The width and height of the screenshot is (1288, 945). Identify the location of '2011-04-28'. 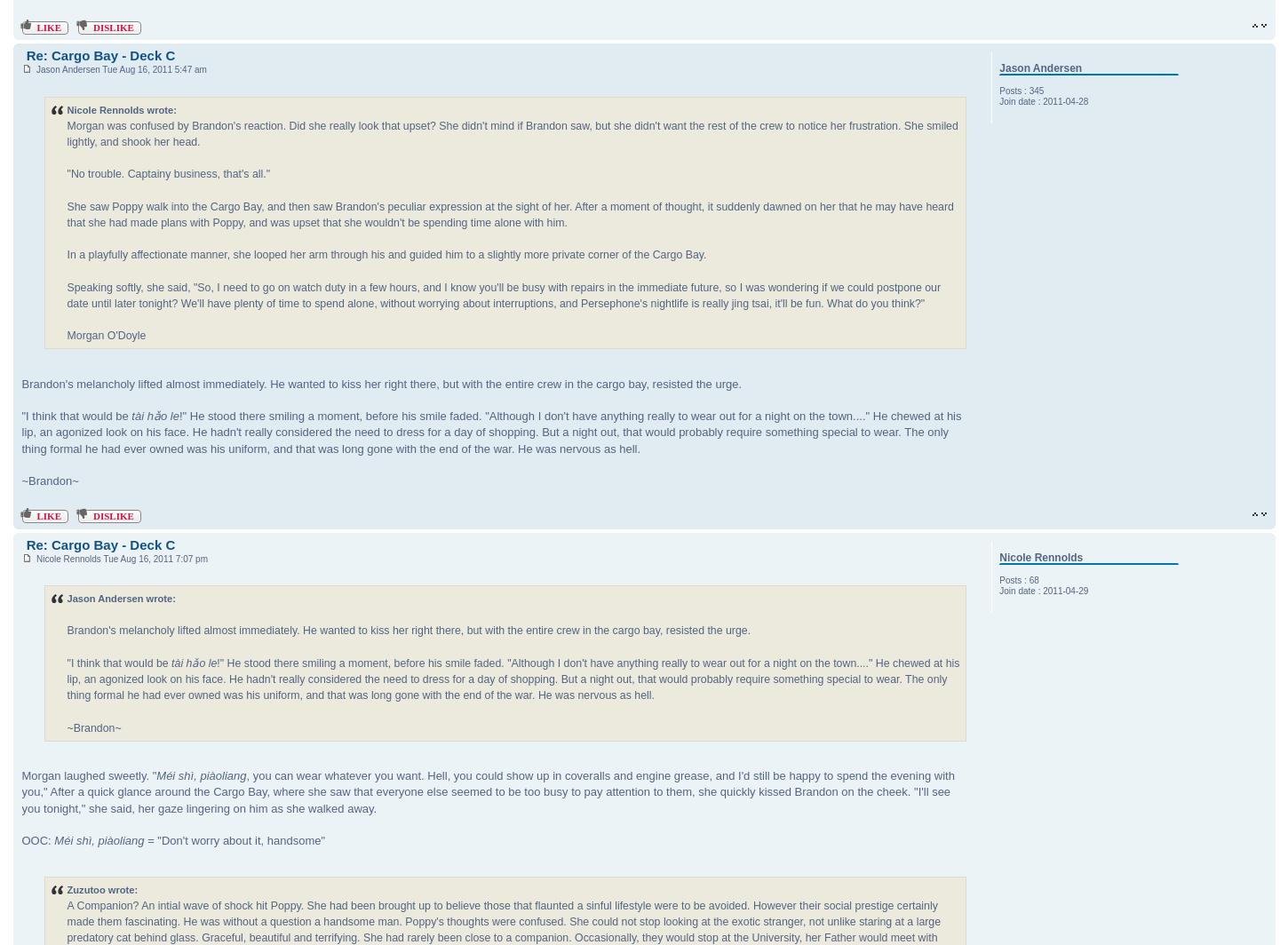
(1064, 101).